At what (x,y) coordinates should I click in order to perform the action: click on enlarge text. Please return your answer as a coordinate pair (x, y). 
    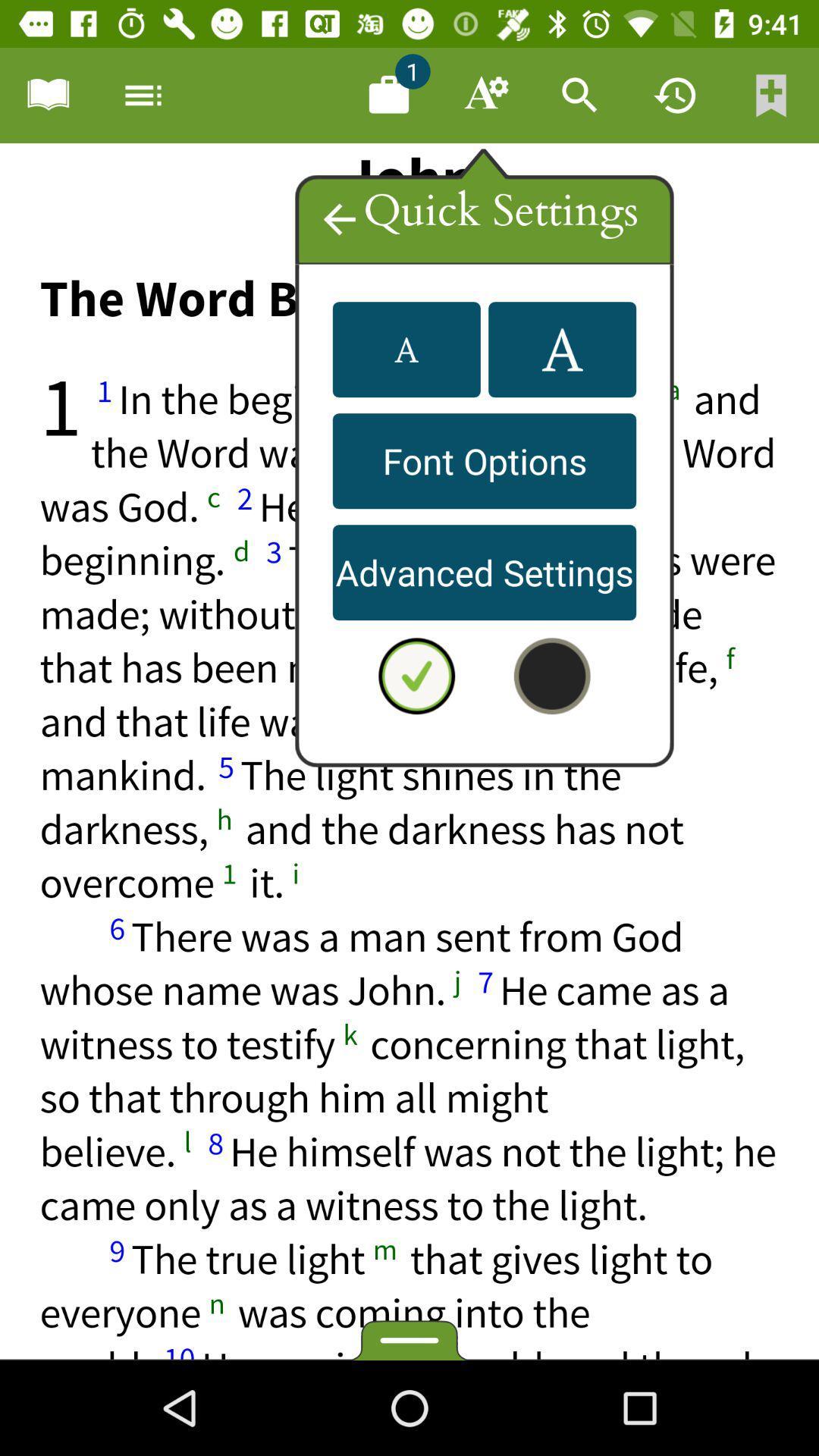
    Looking at the image, I should click on (562, 349).